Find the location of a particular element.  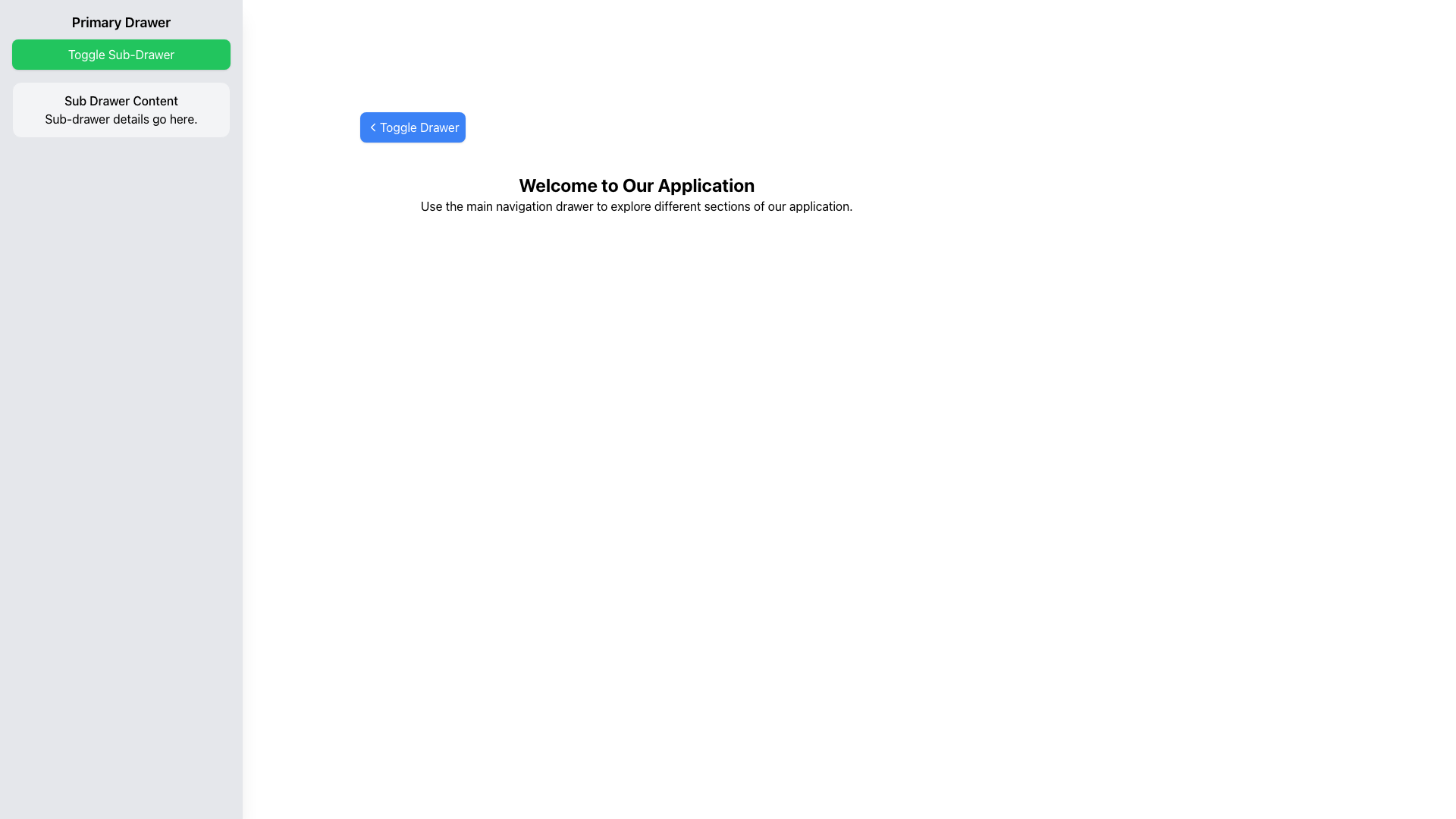

the navigation toggle button located beneath the main heading 'Welcome to Our Application' is located at coordinates (413, 127).